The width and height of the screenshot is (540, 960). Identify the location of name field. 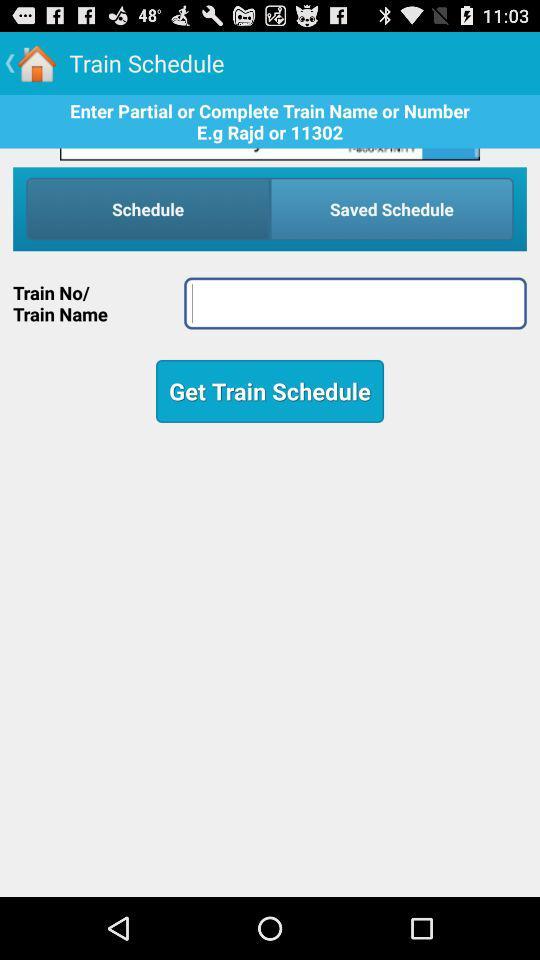
(354, 303).